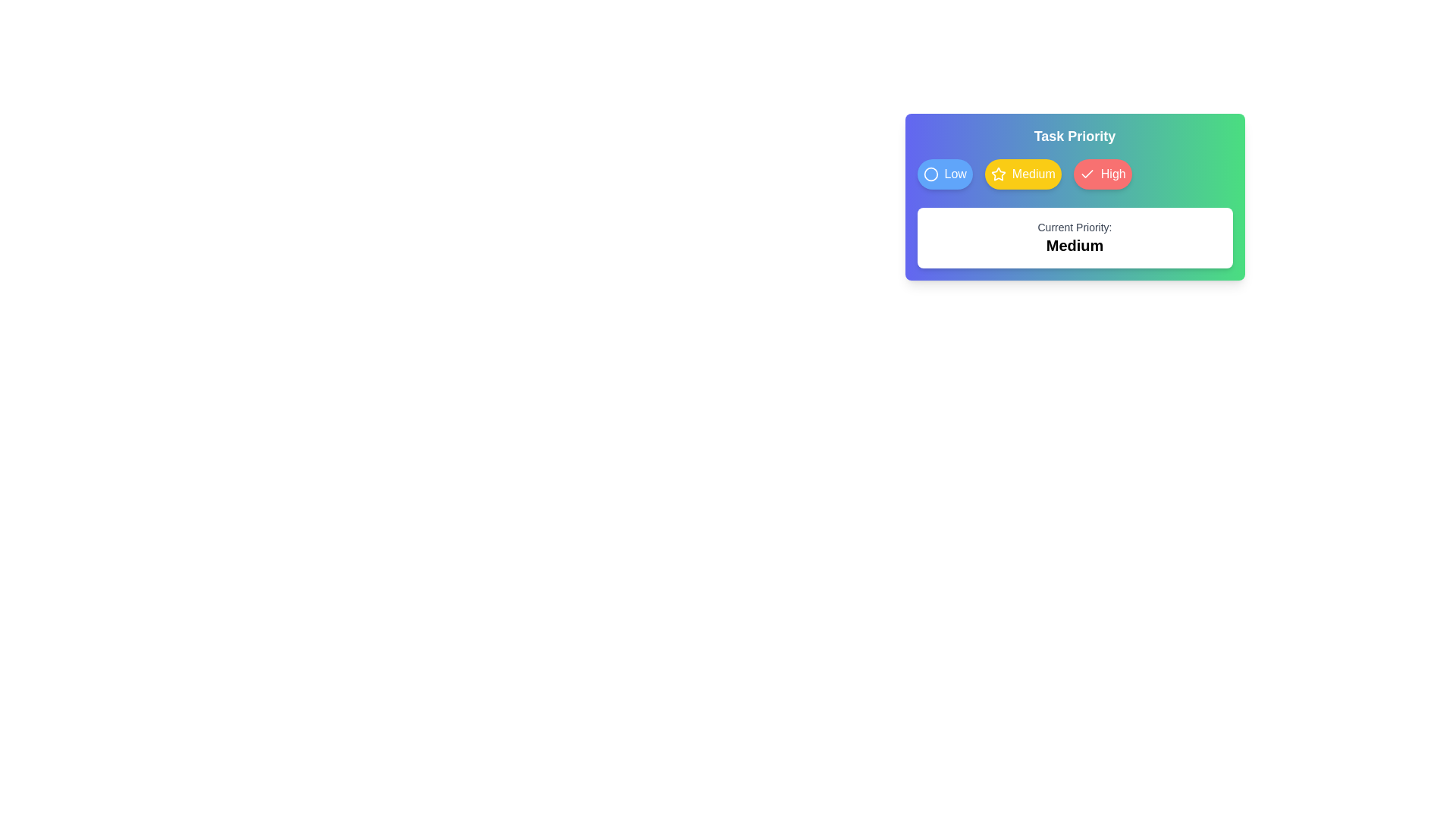 Image resolution: width=1456 pixels, height=819 pixels. What do you see at coordinates (955, 174) in the screenshot?
I see `'Low' priority level text label located within the blue button in the top-left quadrant of the priority selection interface` at bounding box center [955, 174].